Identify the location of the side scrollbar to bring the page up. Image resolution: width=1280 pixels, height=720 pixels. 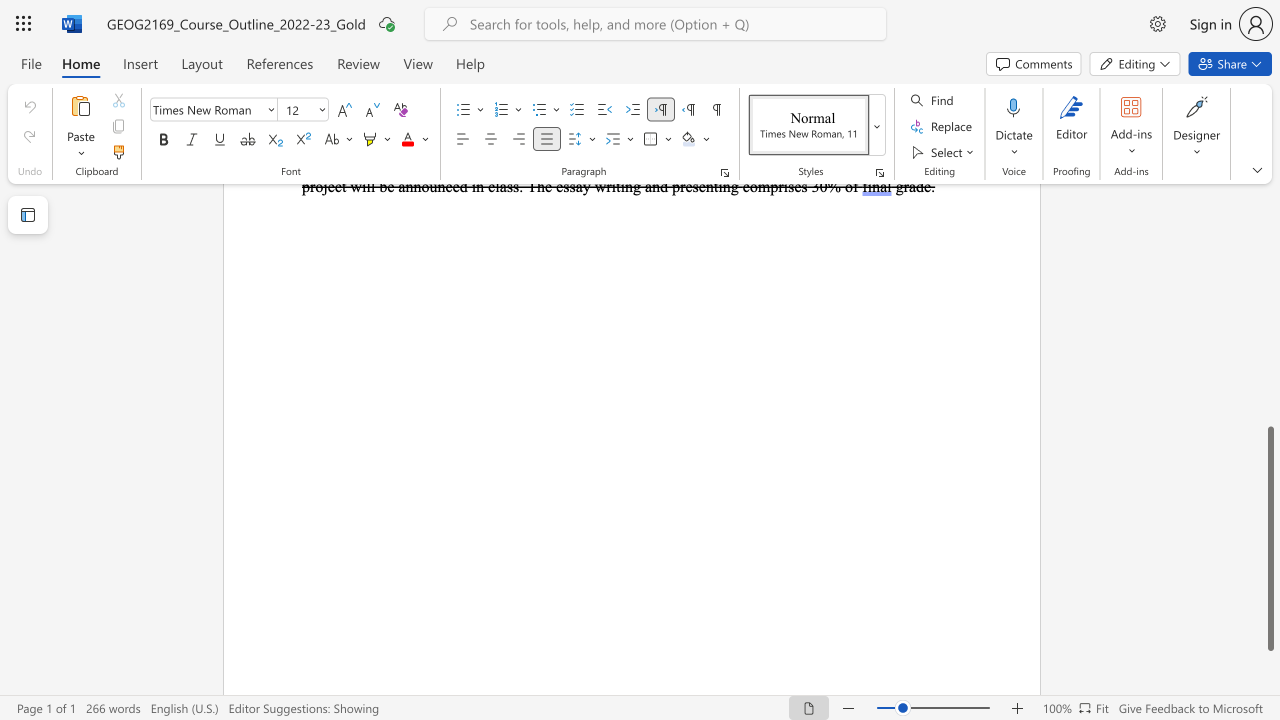
(1269, 280).